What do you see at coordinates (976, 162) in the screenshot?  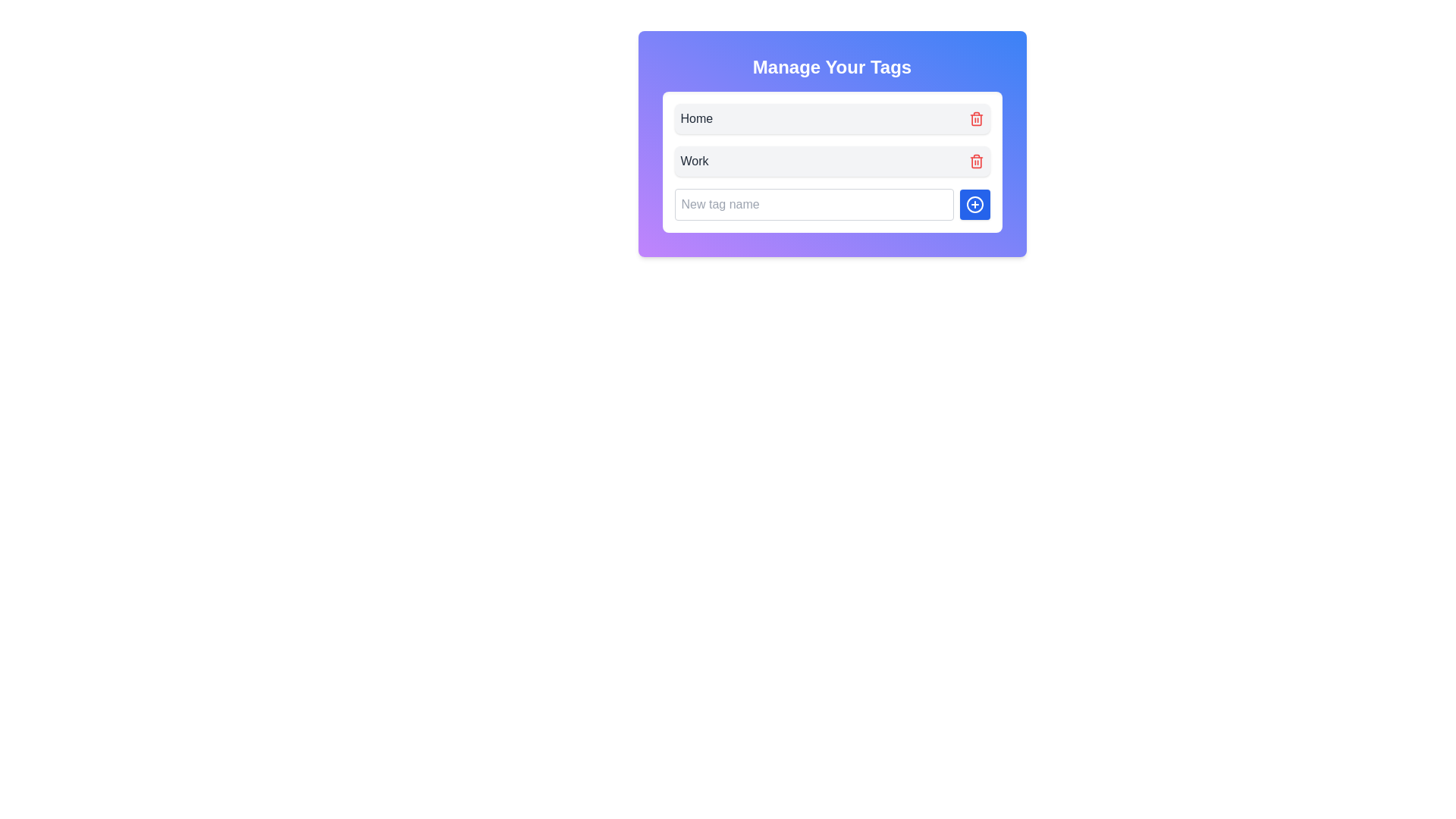 I see `the trash can icon within the red delete button for the 'Work' tag, located on the right side of the second row in the list` at bounding box center [976, 162].